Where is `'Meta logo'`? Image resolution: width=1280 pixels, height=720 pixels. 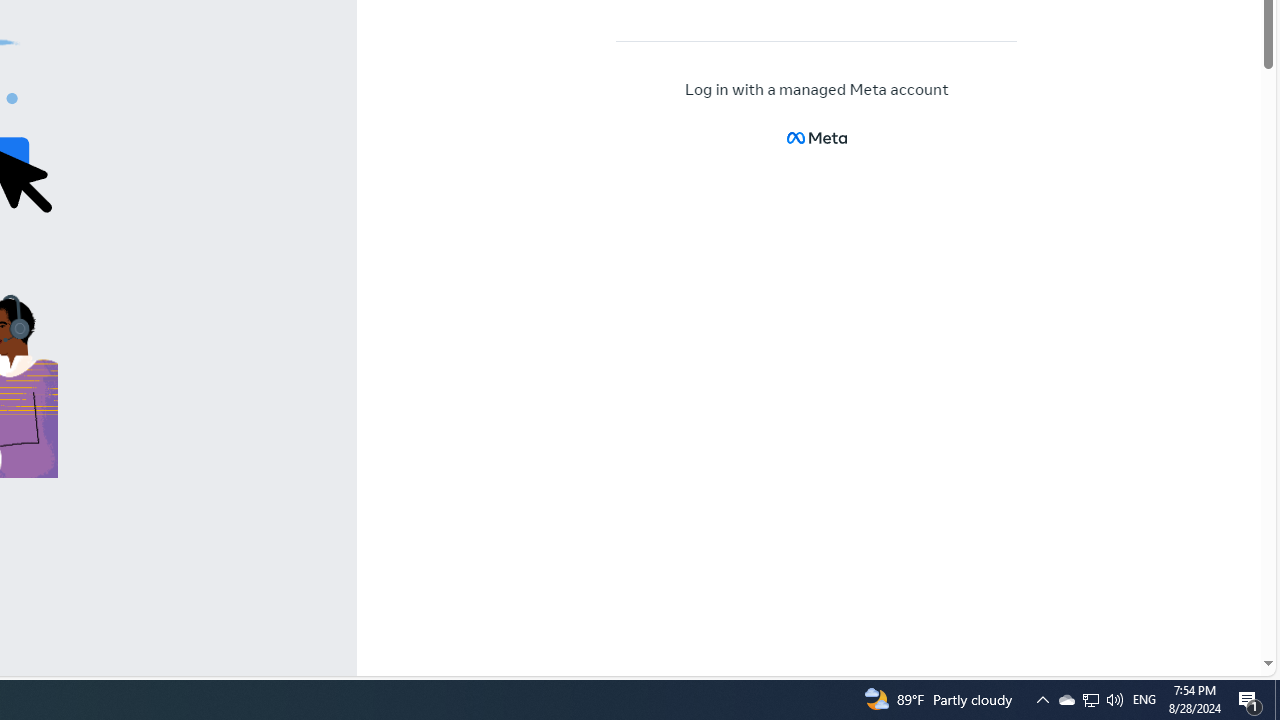
'Meta logo' is located at coordinates (816, 137).